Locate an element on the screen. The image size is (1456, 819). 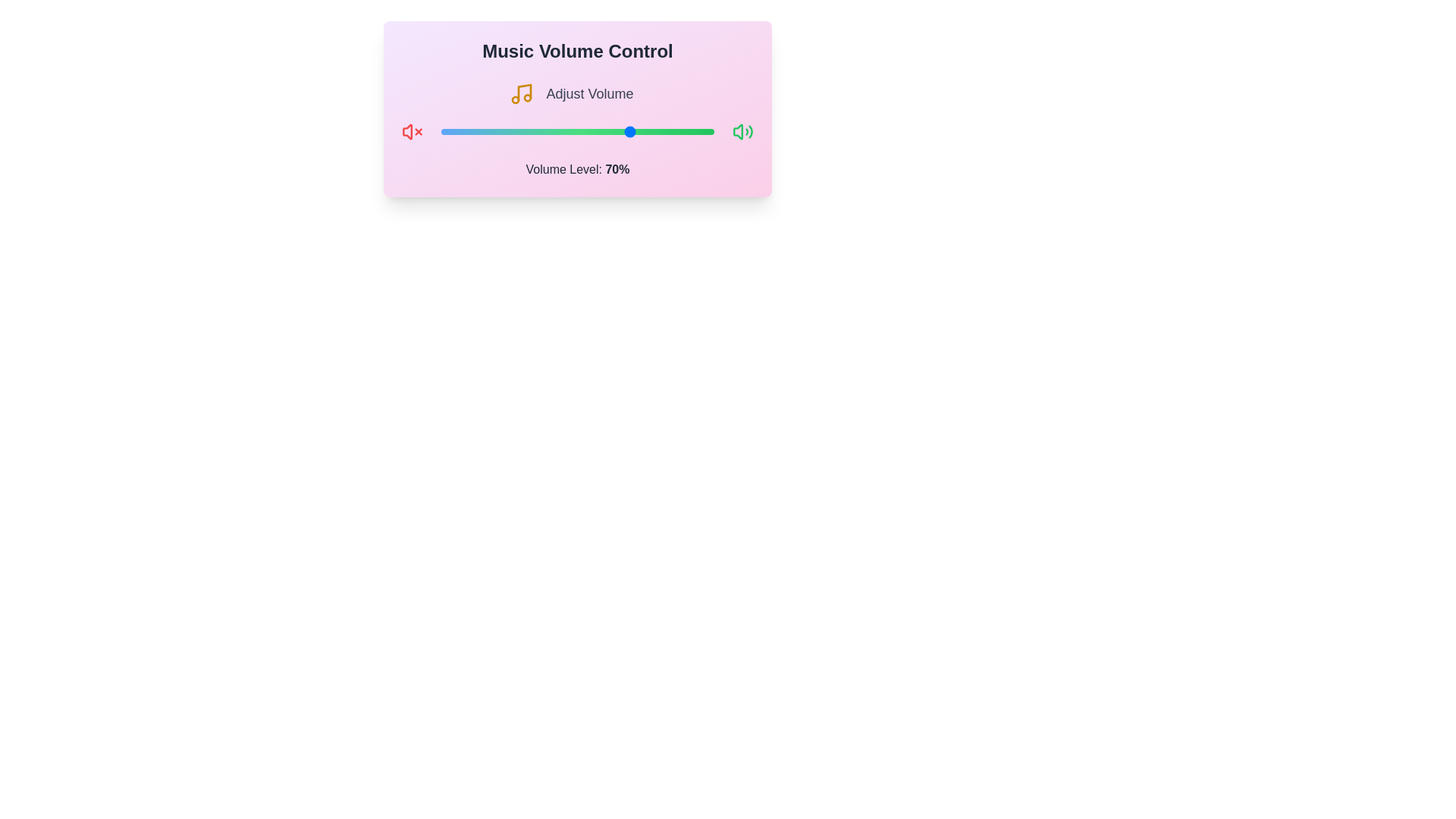
the volume slider to 95% is located at coordinates (700, 130).